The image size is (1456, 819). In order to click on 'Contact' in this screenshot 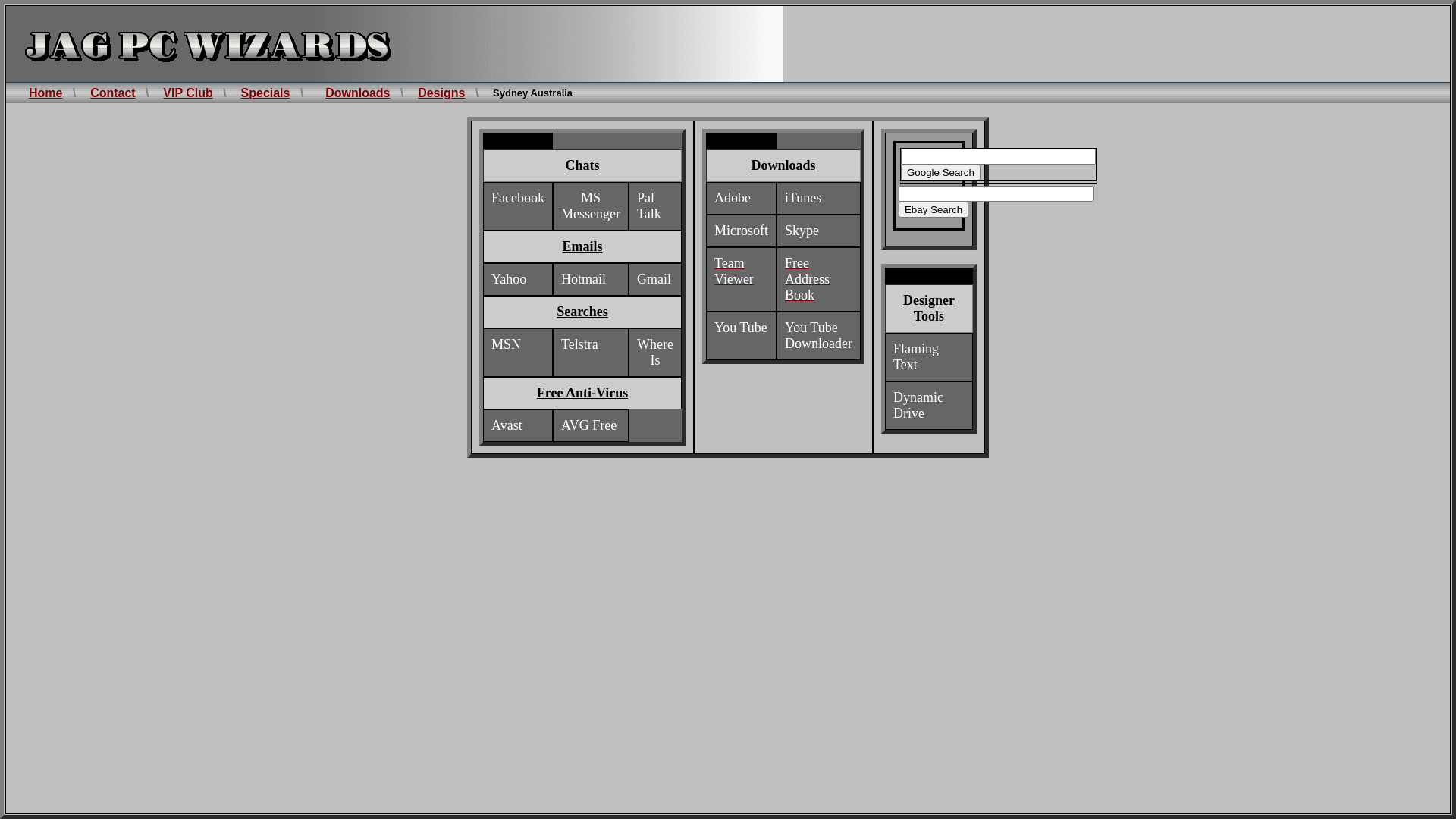, I will do `click(111, 93)`.